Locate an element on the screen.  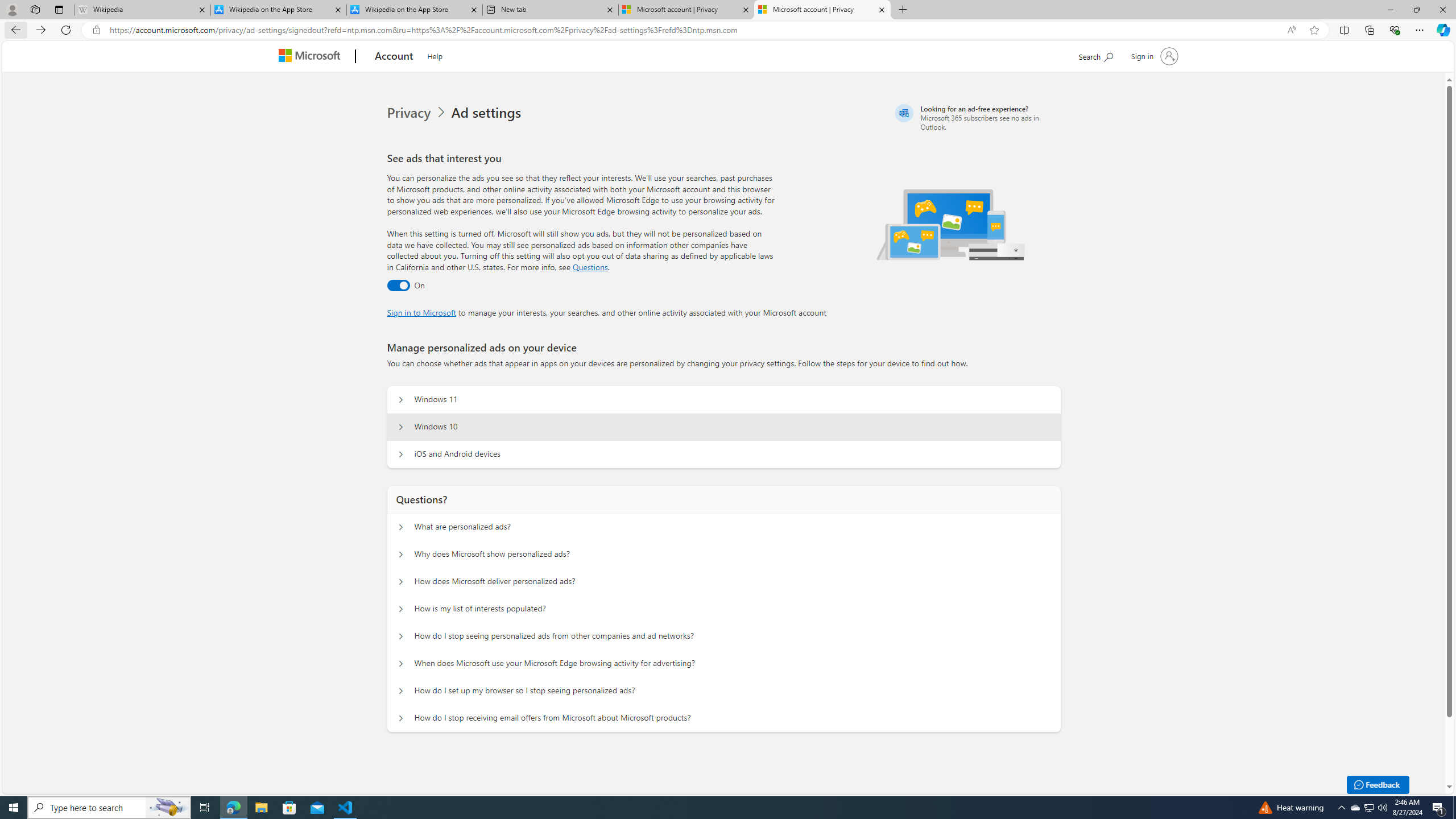
'Privacy' is located at coordinates (418, 113).